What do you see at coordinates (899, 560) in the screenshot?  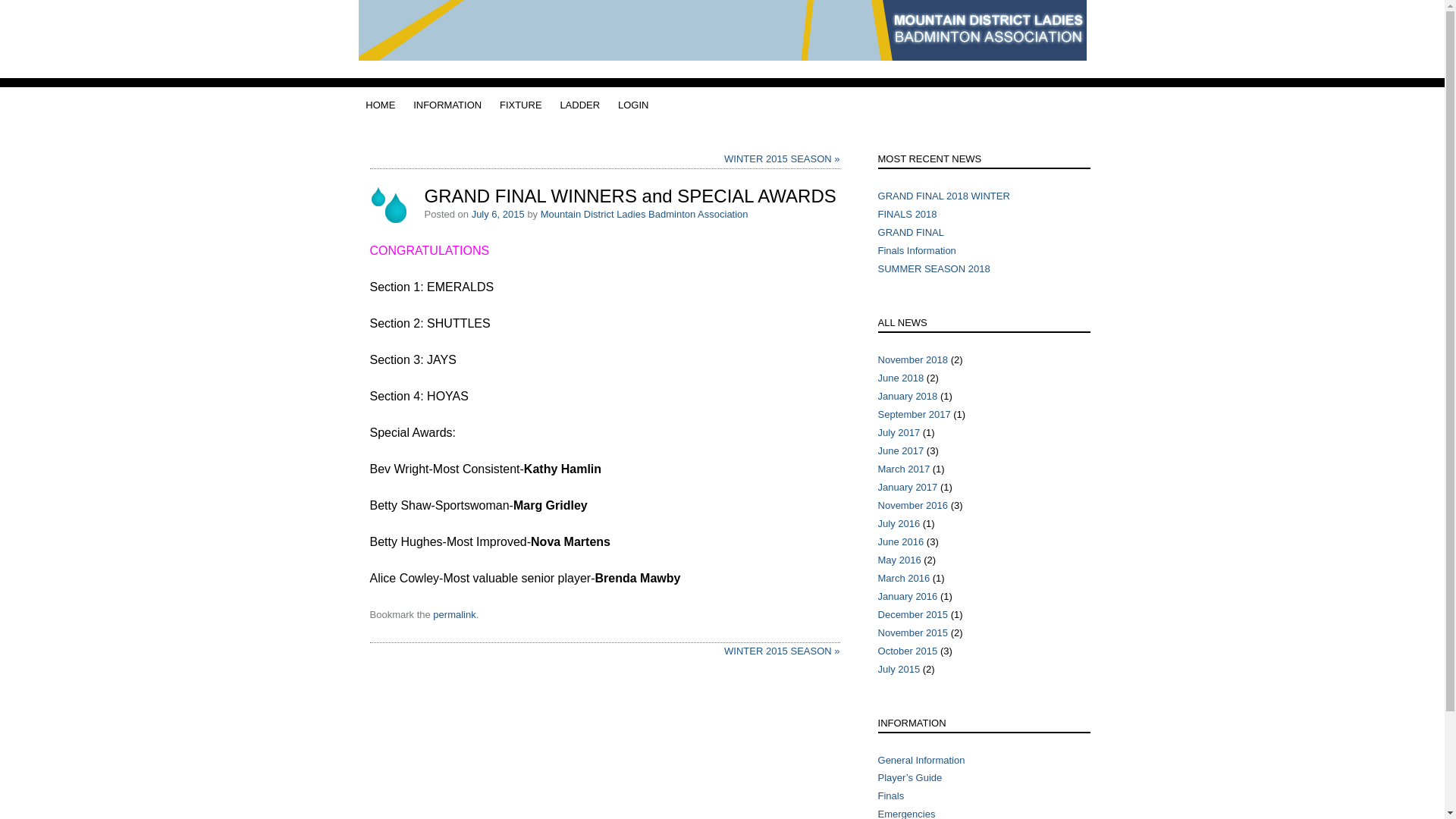 I see `'May 2016'` at bounding box center [899, 560].